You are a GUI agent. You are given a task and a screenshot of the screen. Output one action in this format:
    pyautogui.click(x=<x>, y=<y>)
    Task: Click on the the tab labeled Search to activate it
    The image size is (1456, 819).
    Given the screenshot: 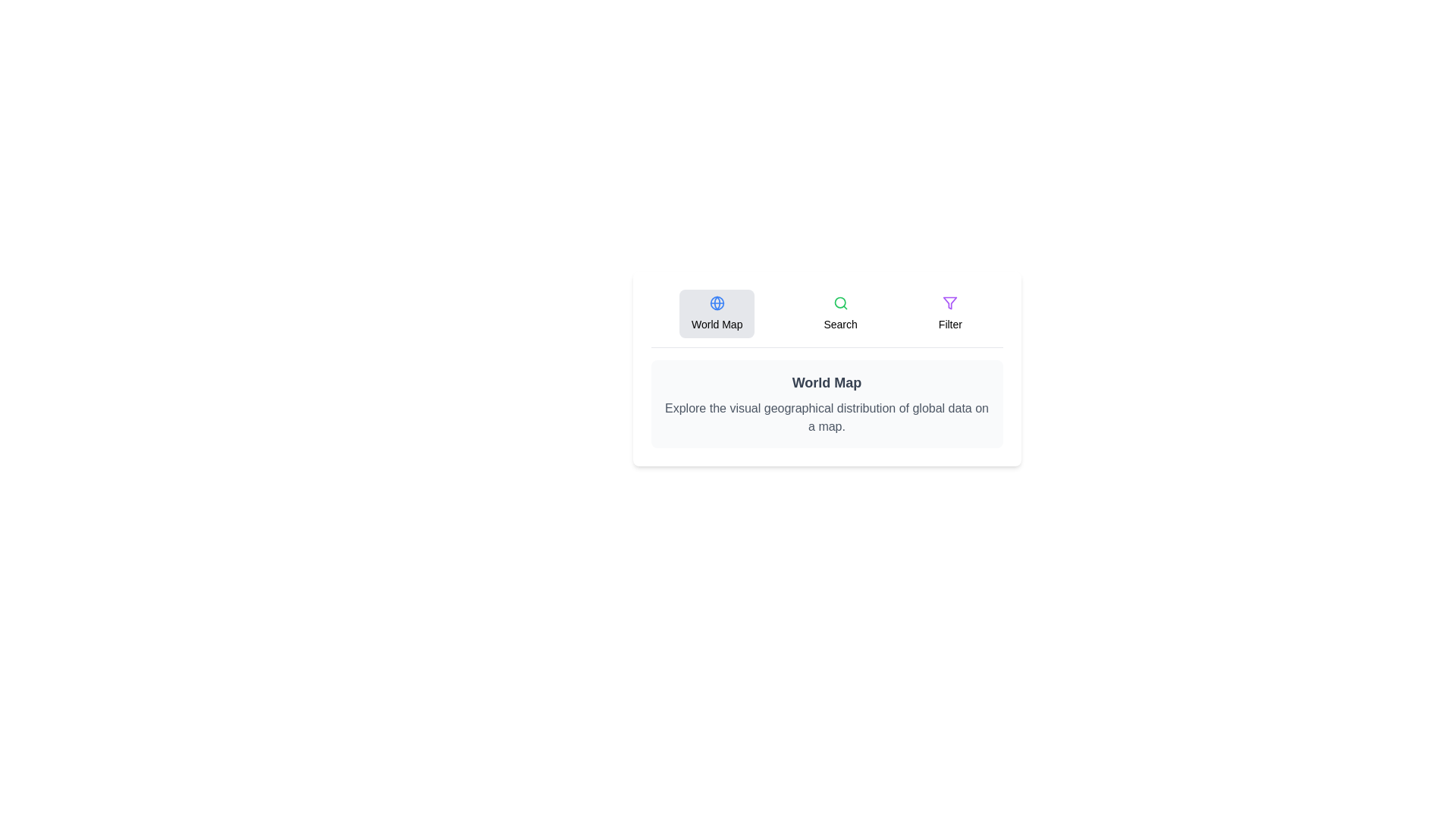 What is the action you would take?
    pyautogui.click(x=839, y=312)
    